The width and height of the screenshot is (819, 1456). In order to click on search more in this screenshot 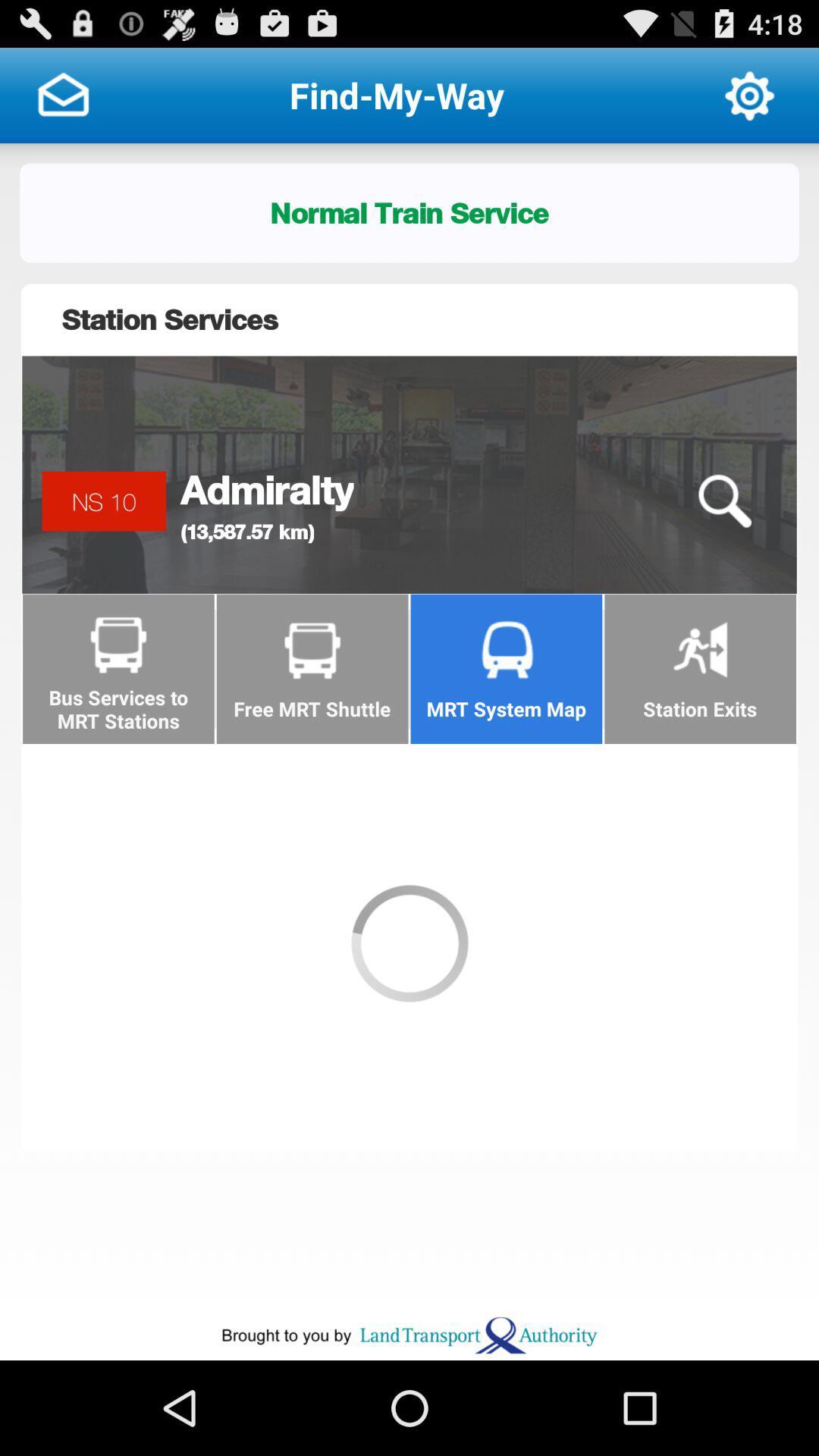, I will do `click(723, 501)`.